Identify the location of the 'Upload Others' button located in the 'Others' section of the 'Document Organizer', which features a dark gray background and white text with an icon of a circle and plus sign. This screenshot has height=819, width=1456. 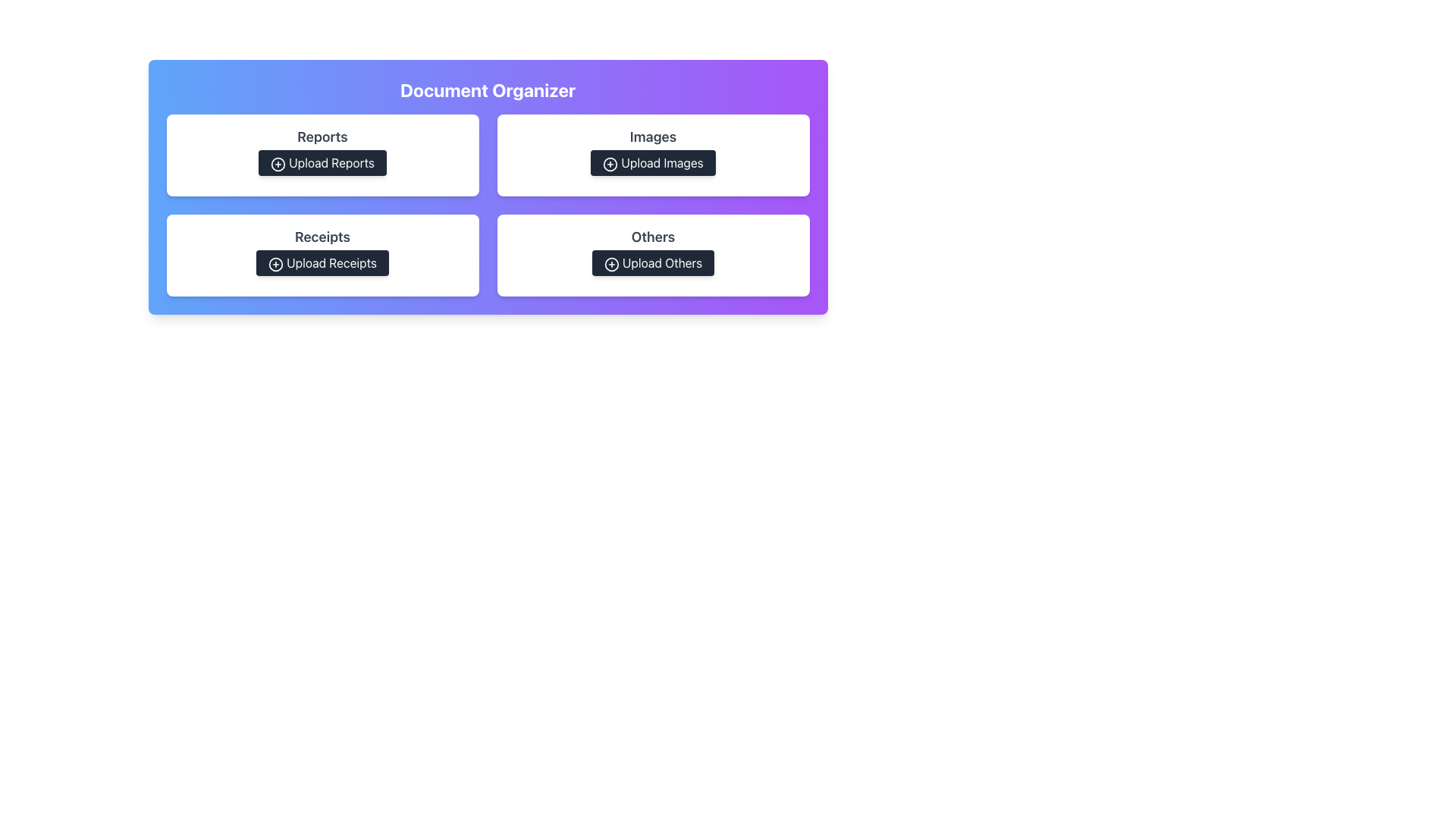
(653, 262).